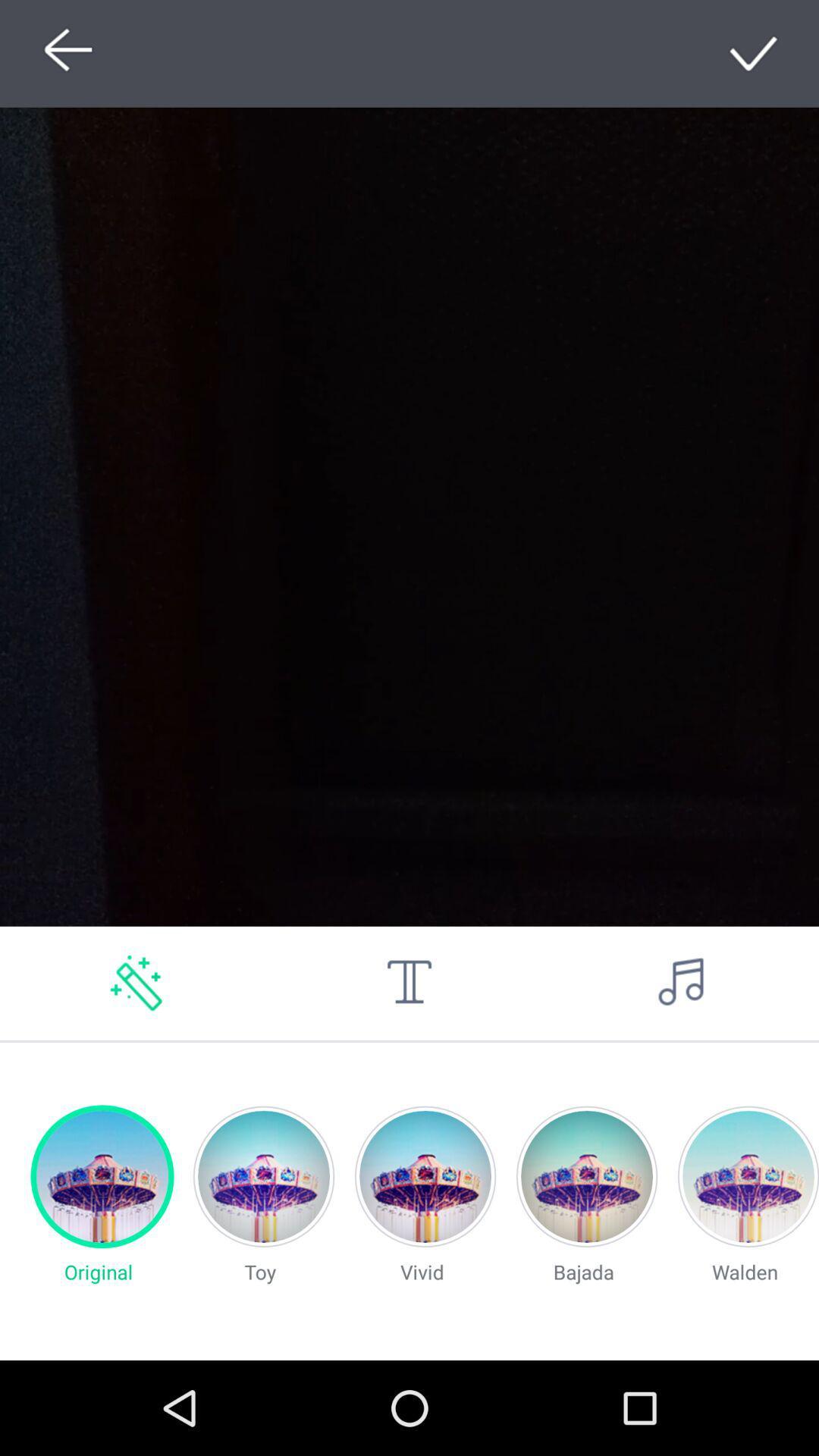  Describe the element at coordinates (681, 983) in the screenshot. I see `music option` at that location.